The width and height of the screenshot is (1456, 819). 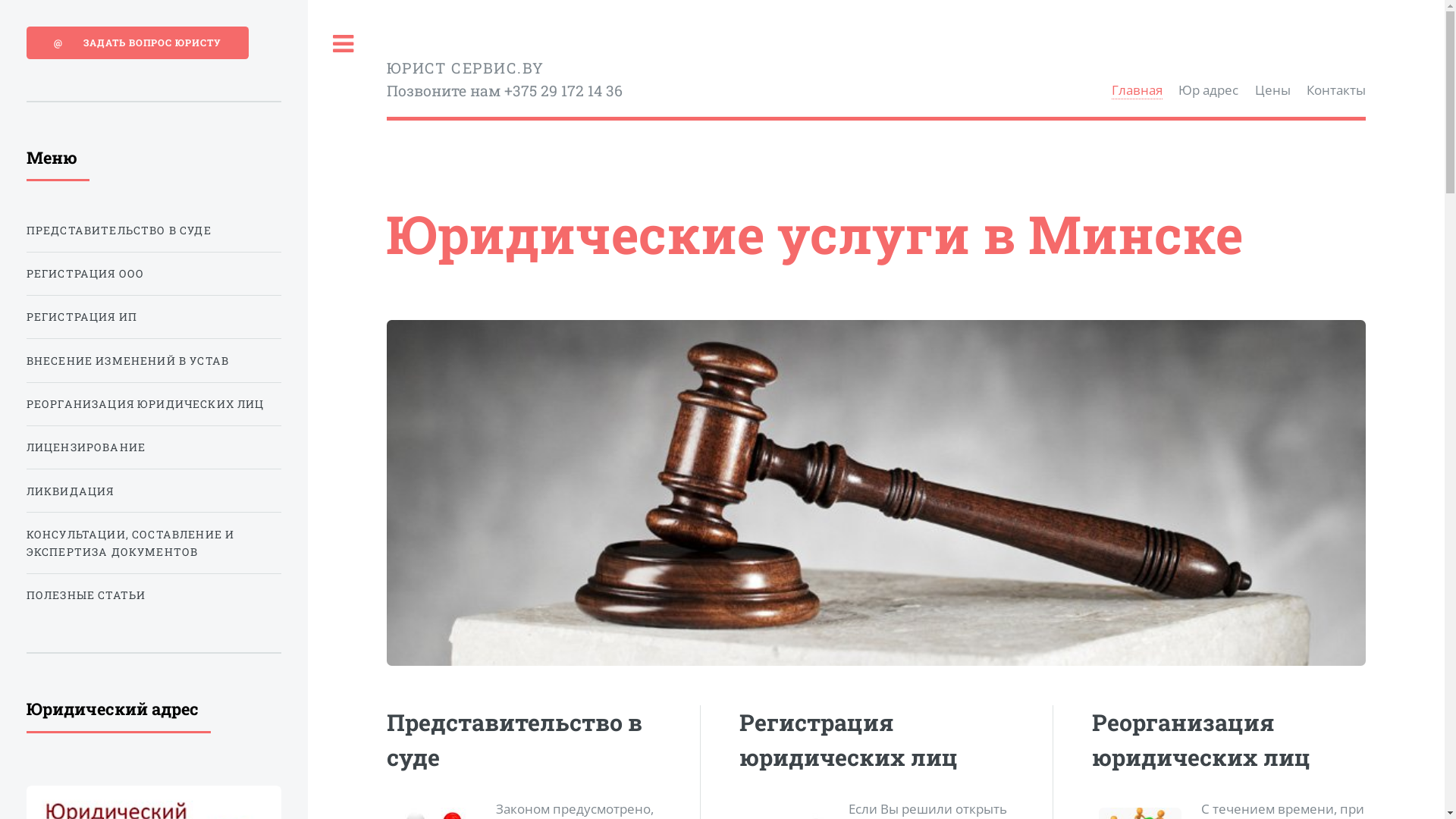 I want to click on 'Toggle', so click(x=342, y=43).